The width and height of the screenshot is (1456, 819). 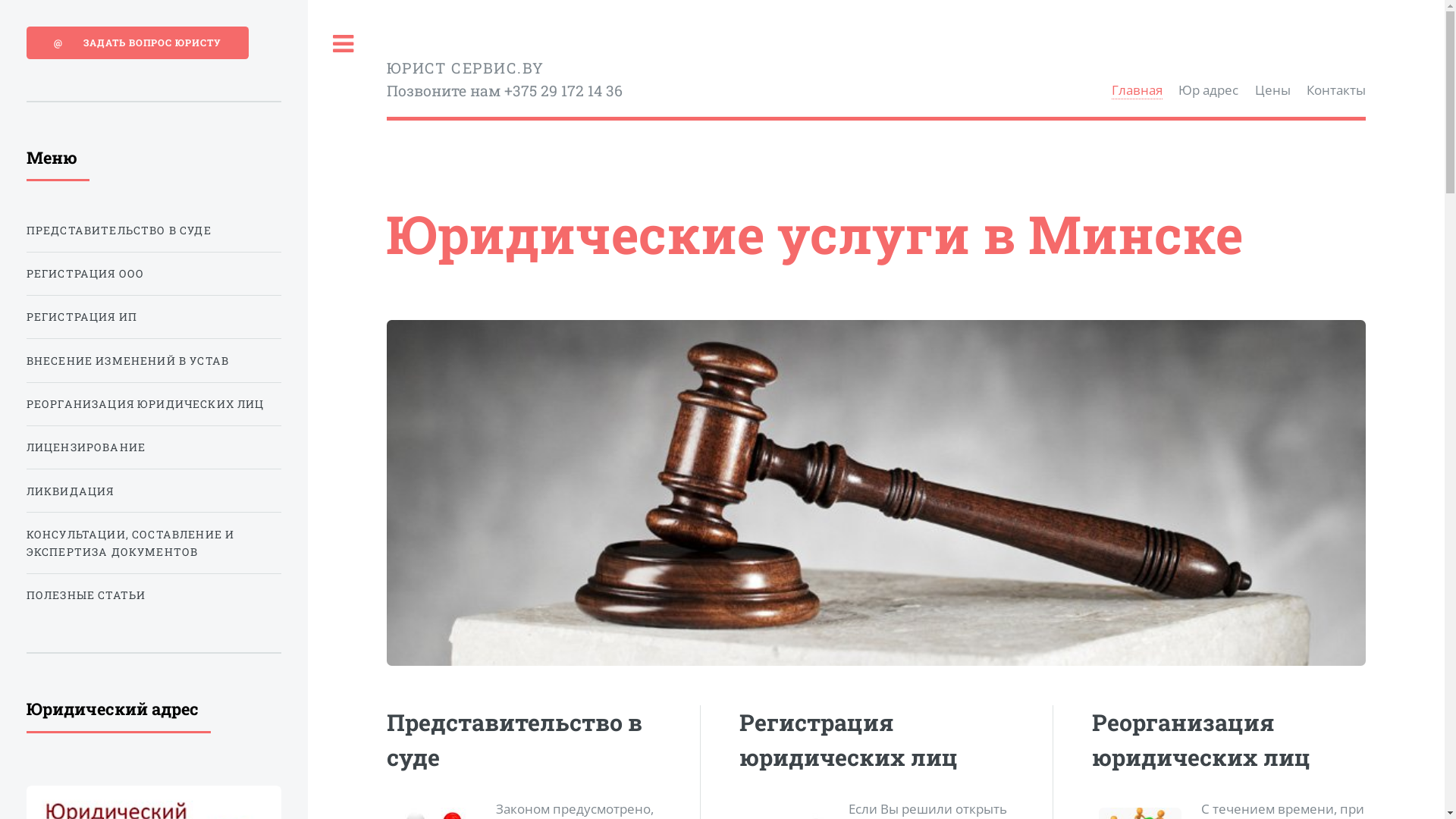 I want to click on 'Toggle', so click(x=342, y=43).